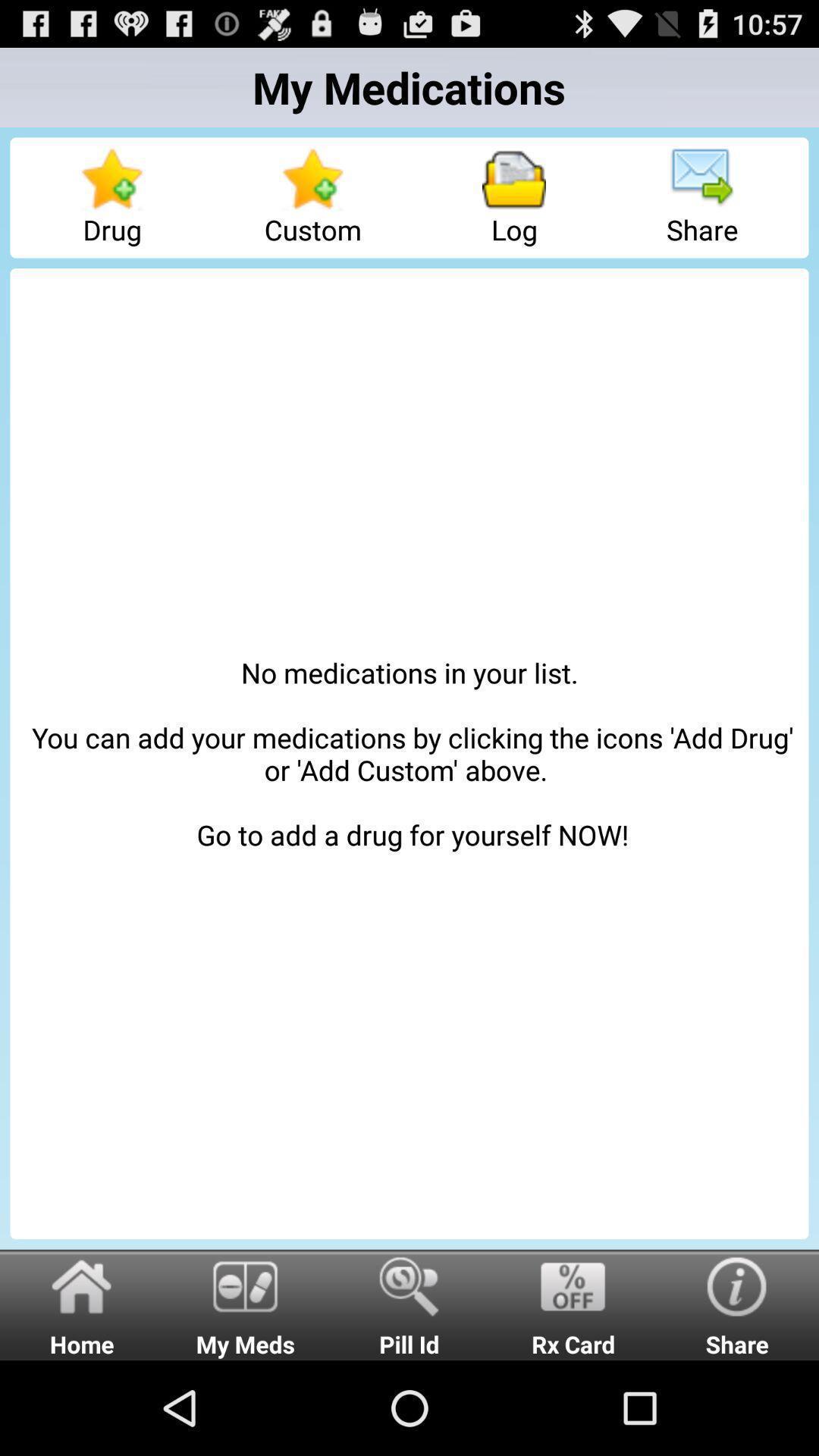 This screenshot has width=819, height=1456. Describe the element at coordinates (513, 196) in the screenshot. I see `item next to share` at that location.